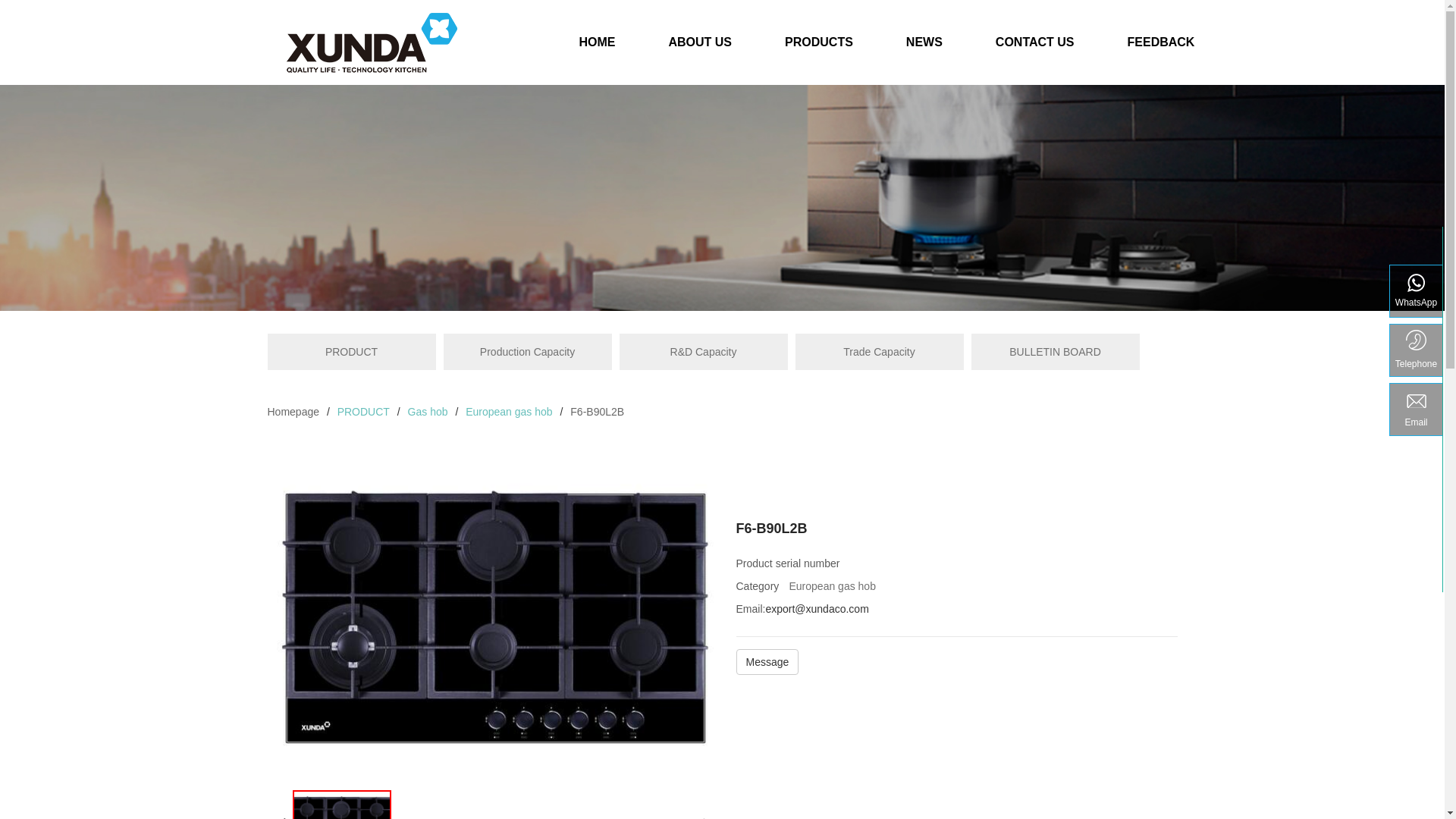  What do you see at coordinates (1100, 48) in the screenshot?
I see `'FEEDBACK'` at bounding box center [1100, 48].